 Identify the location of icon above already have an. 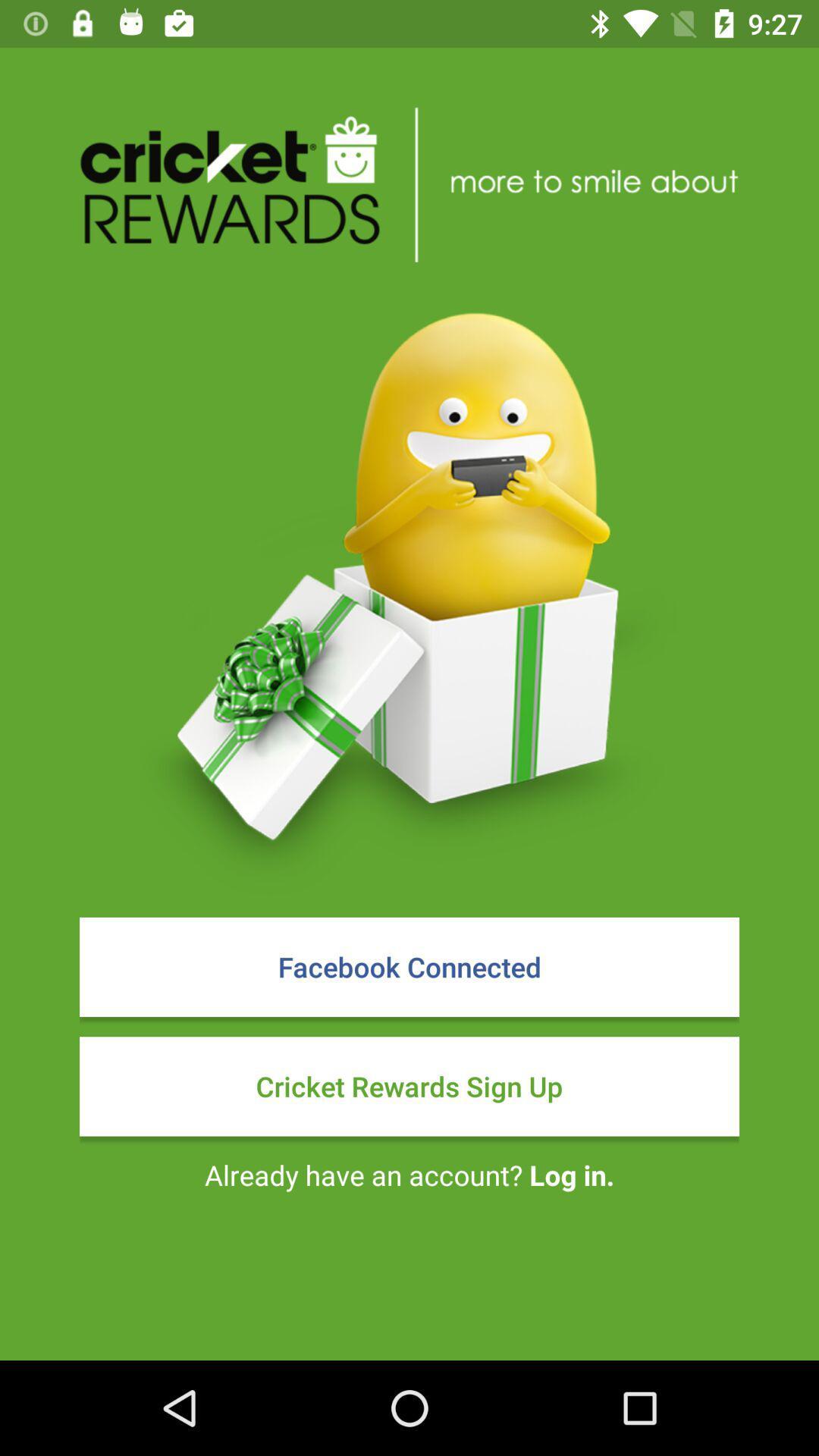
(409, 1085).